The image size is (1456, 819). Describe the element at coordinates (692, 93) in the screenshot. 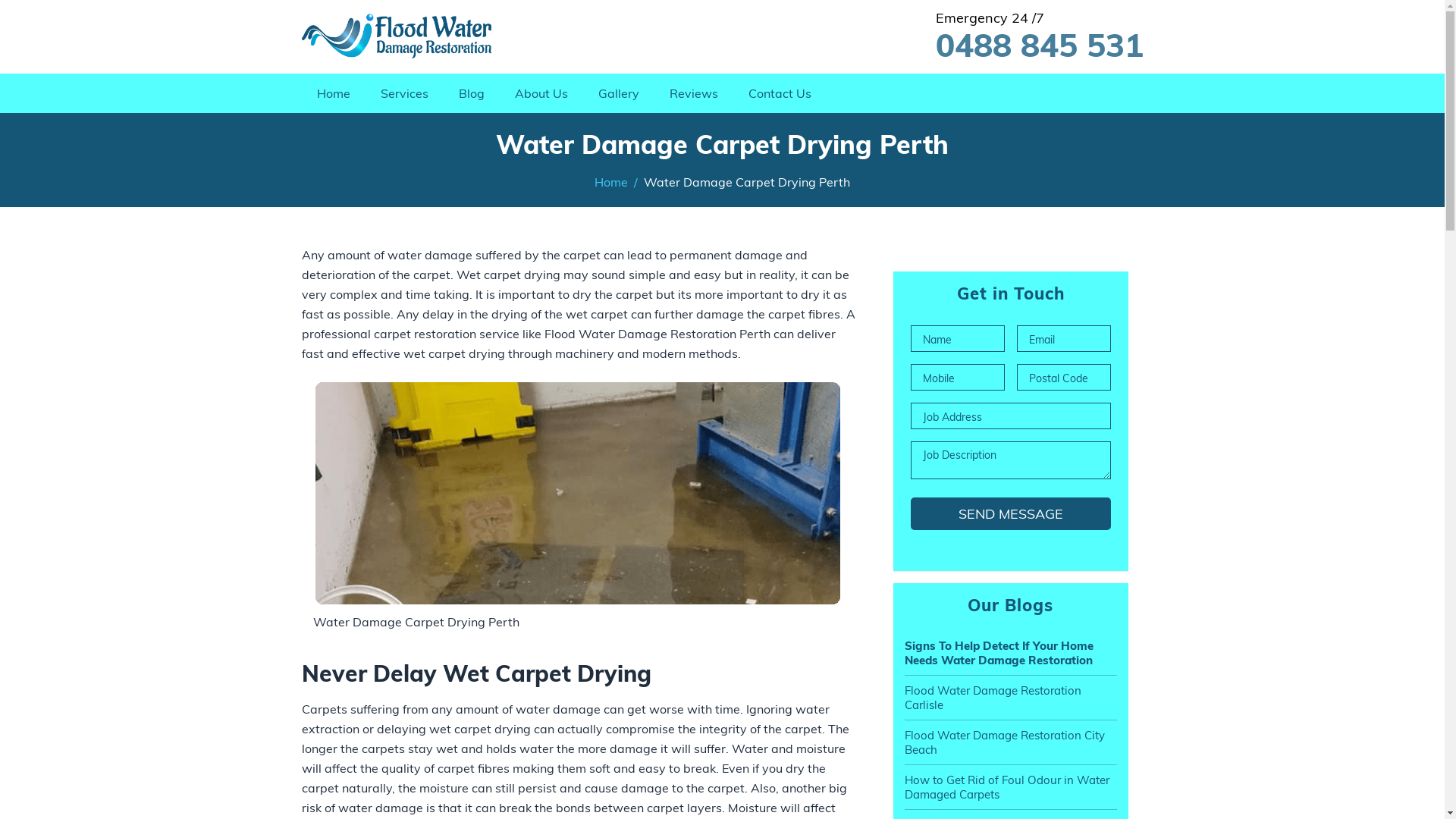

I see `'Reviews'` at that location.